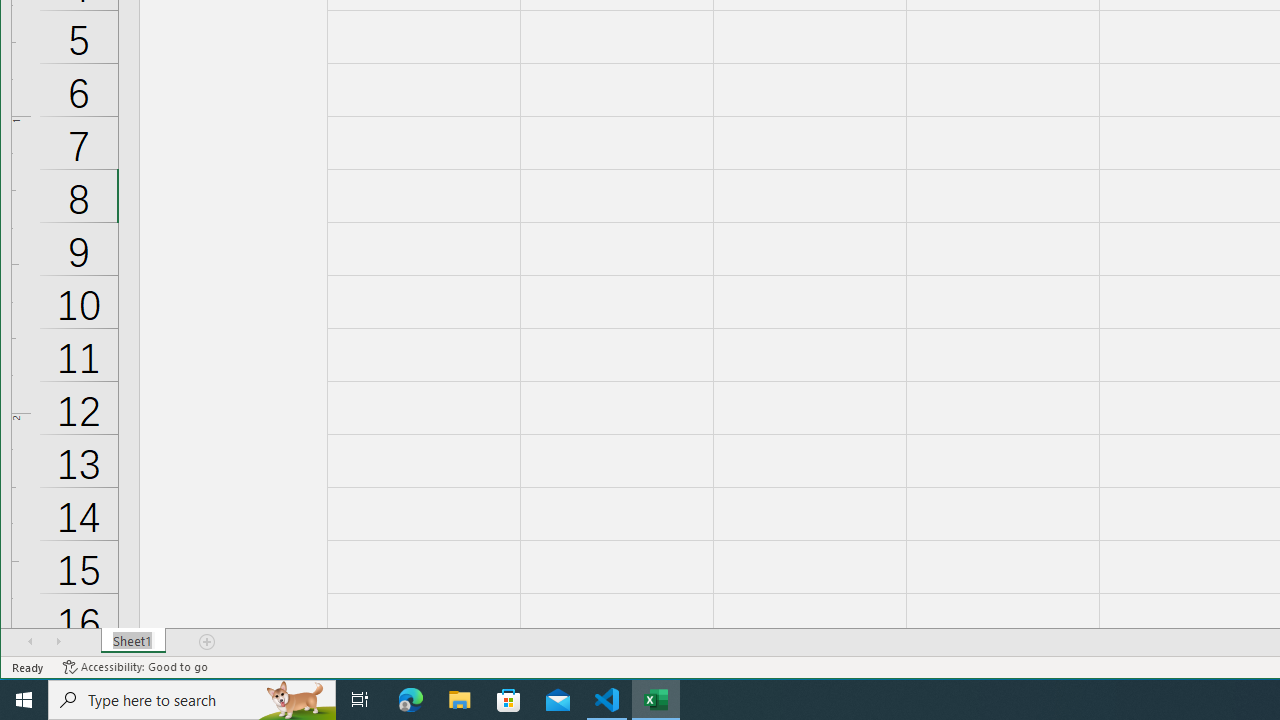  I want to click on 'Visual Studio Code - 1 running window', so click(606, 698).